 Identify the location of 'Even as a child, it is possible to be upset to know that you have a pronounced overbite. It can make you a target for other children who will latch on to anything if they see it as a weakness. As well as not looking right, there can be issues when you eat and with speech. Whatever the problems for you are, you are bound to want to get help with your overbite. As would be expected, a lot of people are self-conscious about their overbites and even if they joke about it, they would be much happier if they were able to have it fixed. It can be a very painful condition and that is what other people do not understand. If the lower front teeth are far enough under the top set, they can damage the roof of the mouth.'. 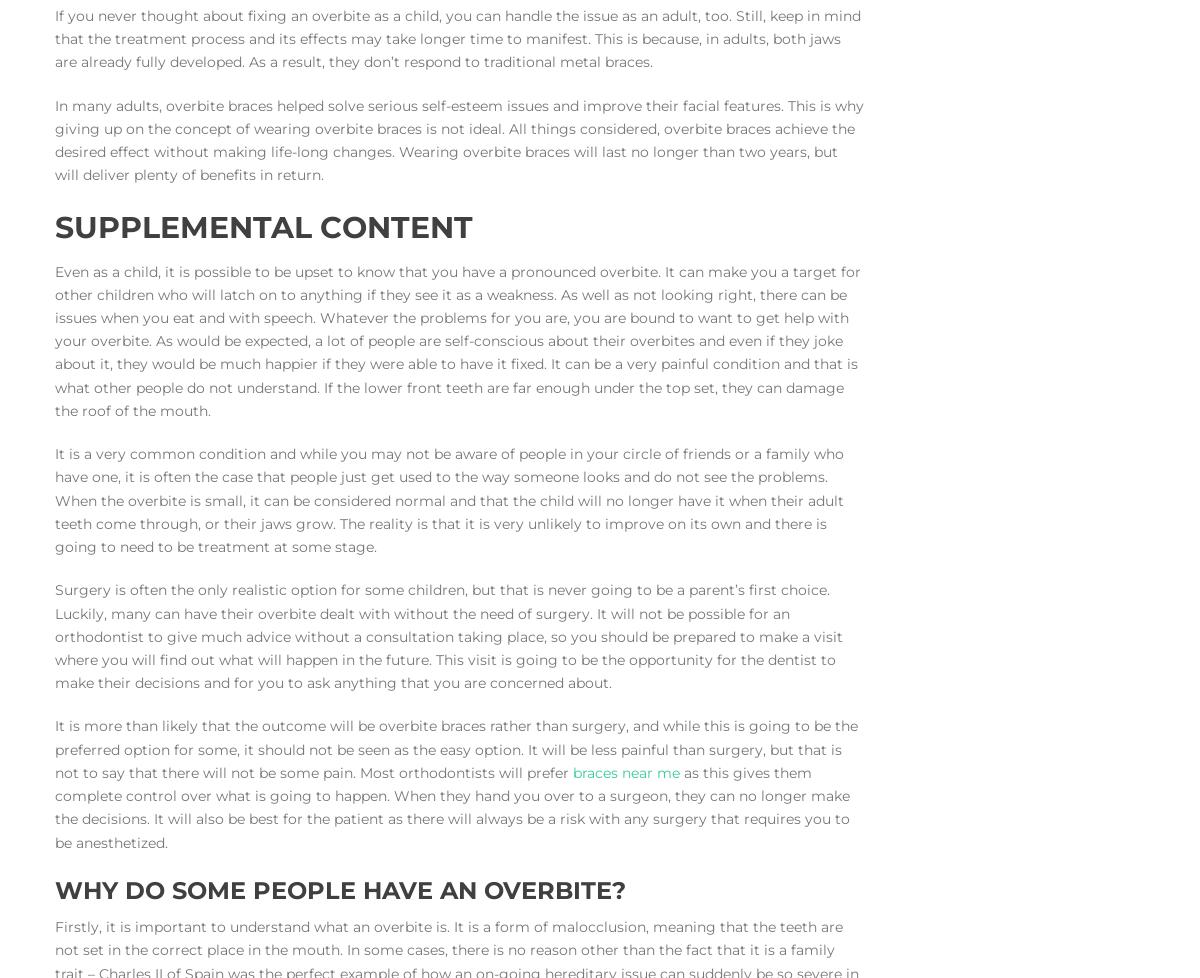
(54, 339).